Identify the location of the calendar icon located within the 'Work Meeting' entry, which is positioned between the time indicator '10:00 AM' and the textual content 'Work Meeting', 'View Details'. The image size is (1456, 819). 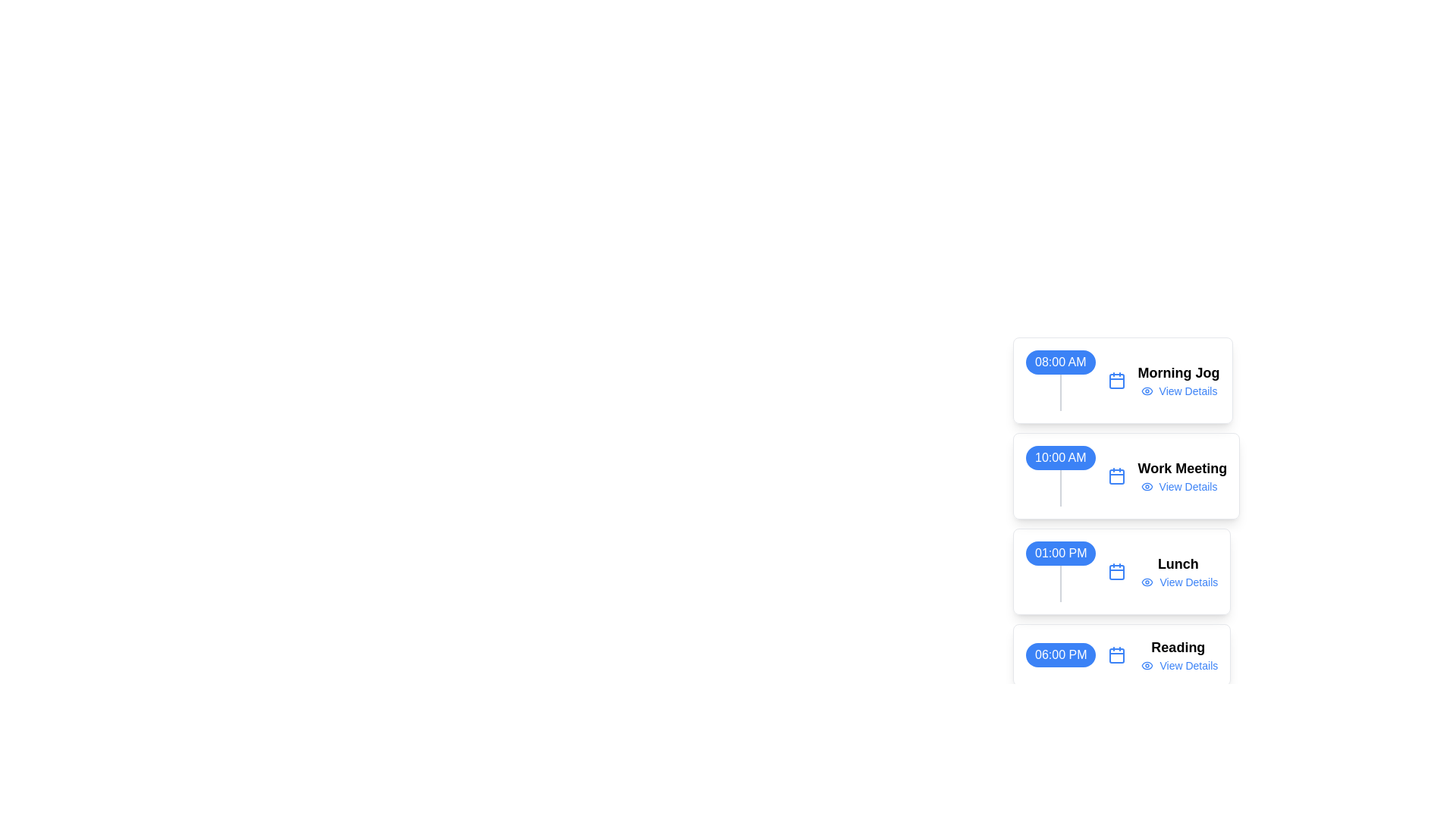
(1116, 475).